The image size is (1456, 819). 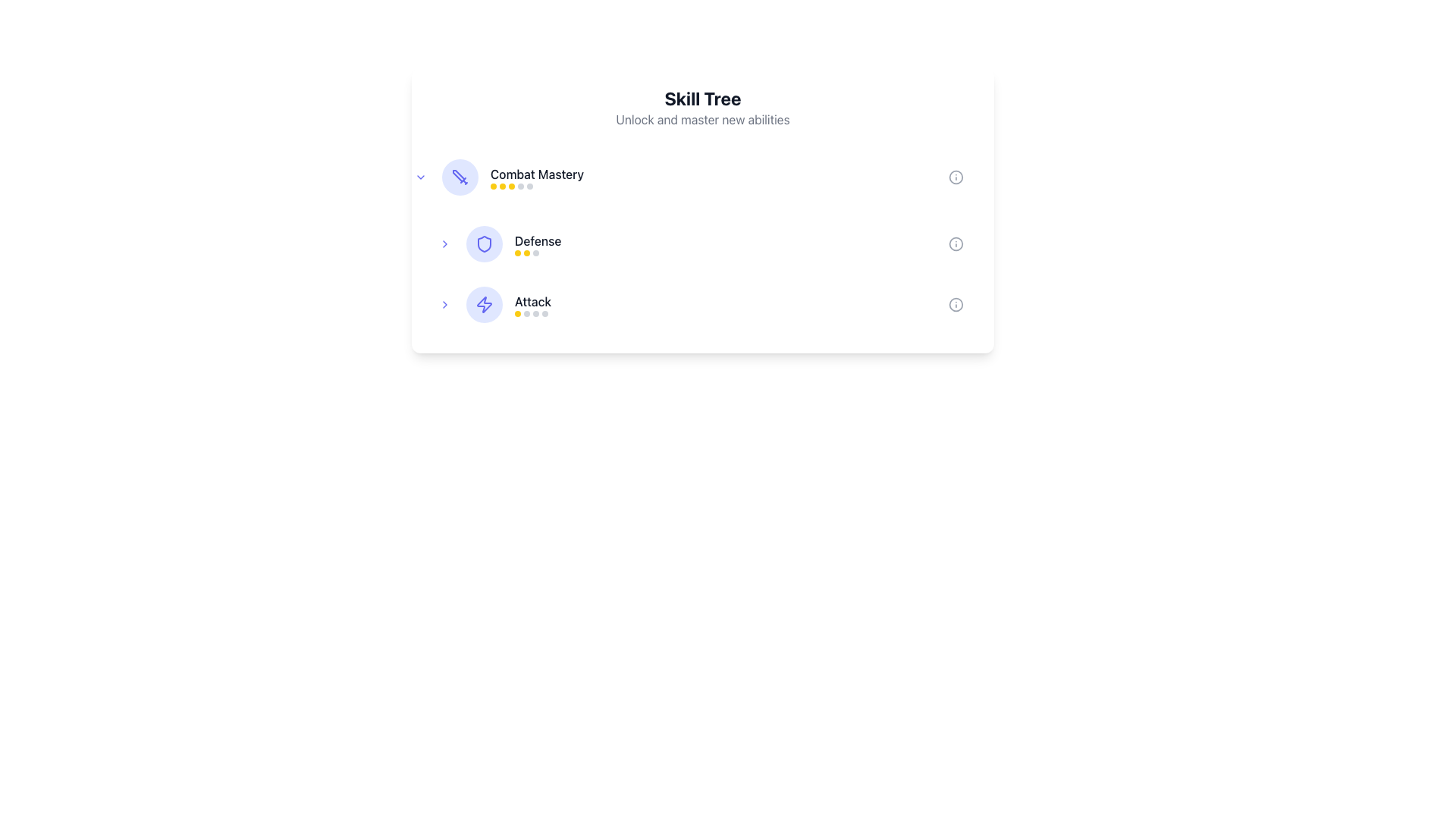 What do you see at coordinates (421, 177) in the screenshot?
I see `the Toggle button, which is a small circular button with an embedded downward-facing chevron icon, located to the left of the 'Combat Mastery' text label` at bounding box center [421, 177].